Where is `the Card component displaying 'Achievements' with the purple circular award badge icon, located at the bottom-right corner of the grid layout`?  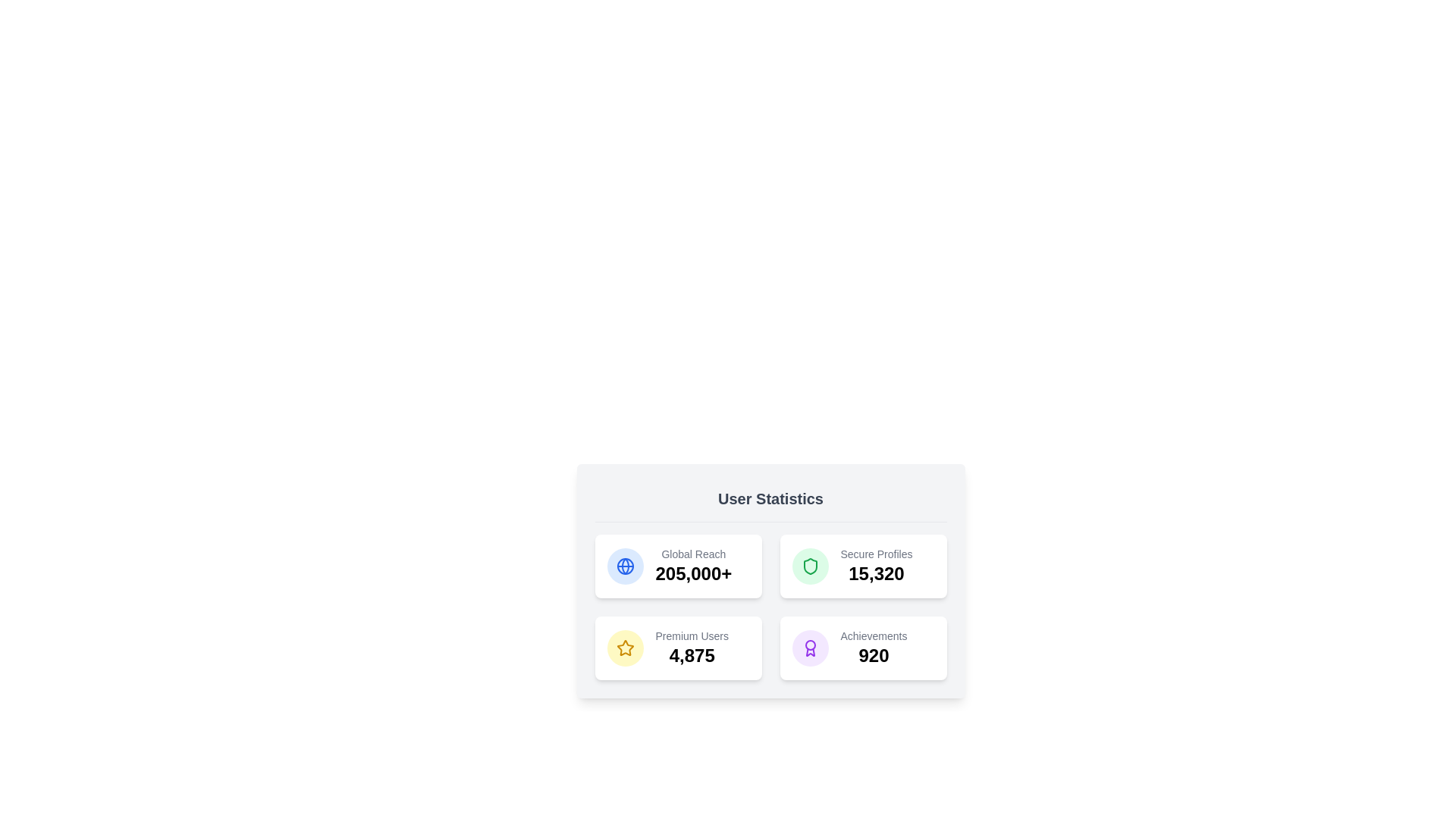
the Card component displaying 'Achievements' with the purple circular award badge icon, located at the bottom-right corner of the grid layout is located at coordinates (863, 648).